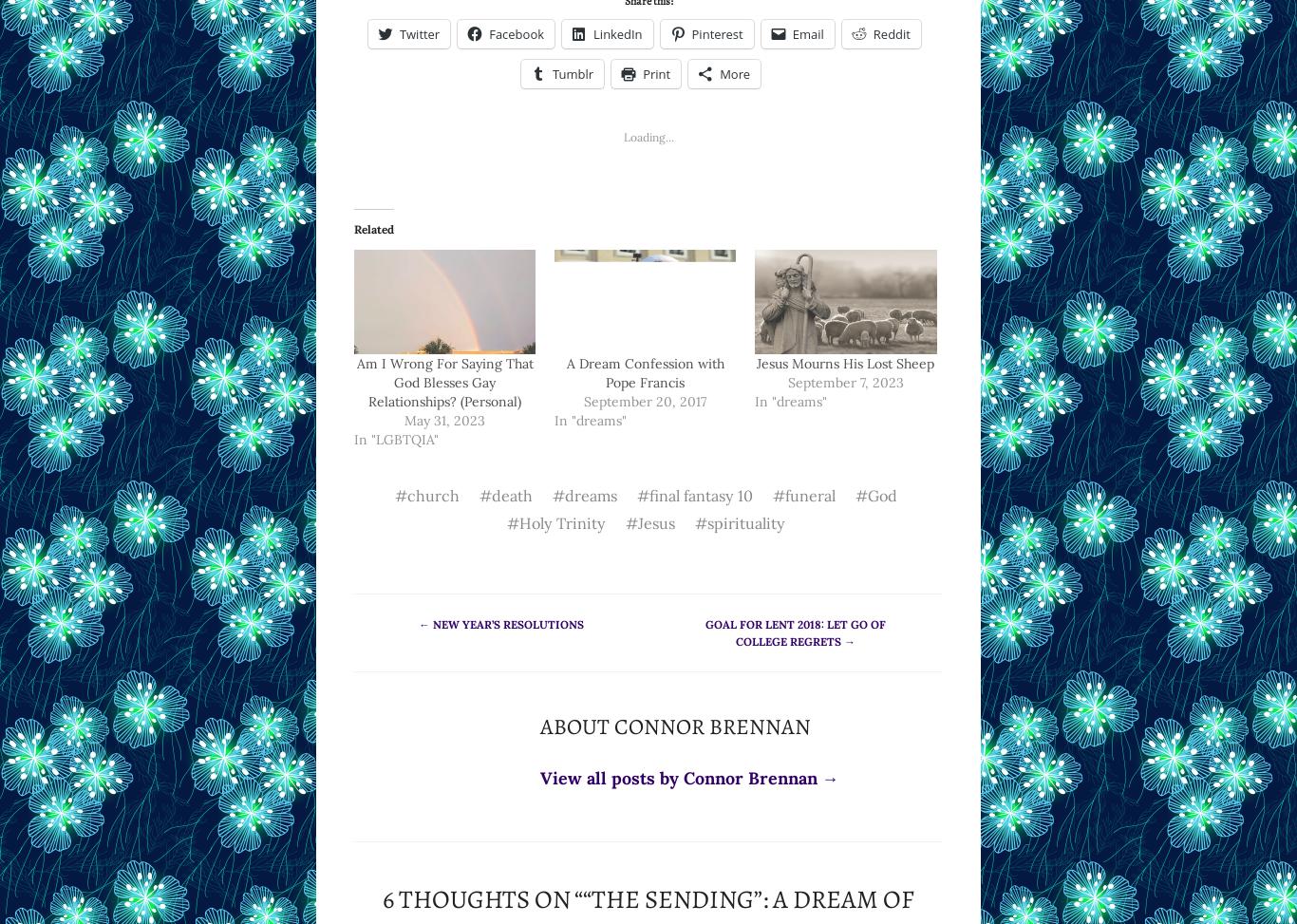 This screenshot has width=1297, height=924. Describe the element at coordinates (690, 33) in the screenshot. I see `'Pinterest'` at that location.